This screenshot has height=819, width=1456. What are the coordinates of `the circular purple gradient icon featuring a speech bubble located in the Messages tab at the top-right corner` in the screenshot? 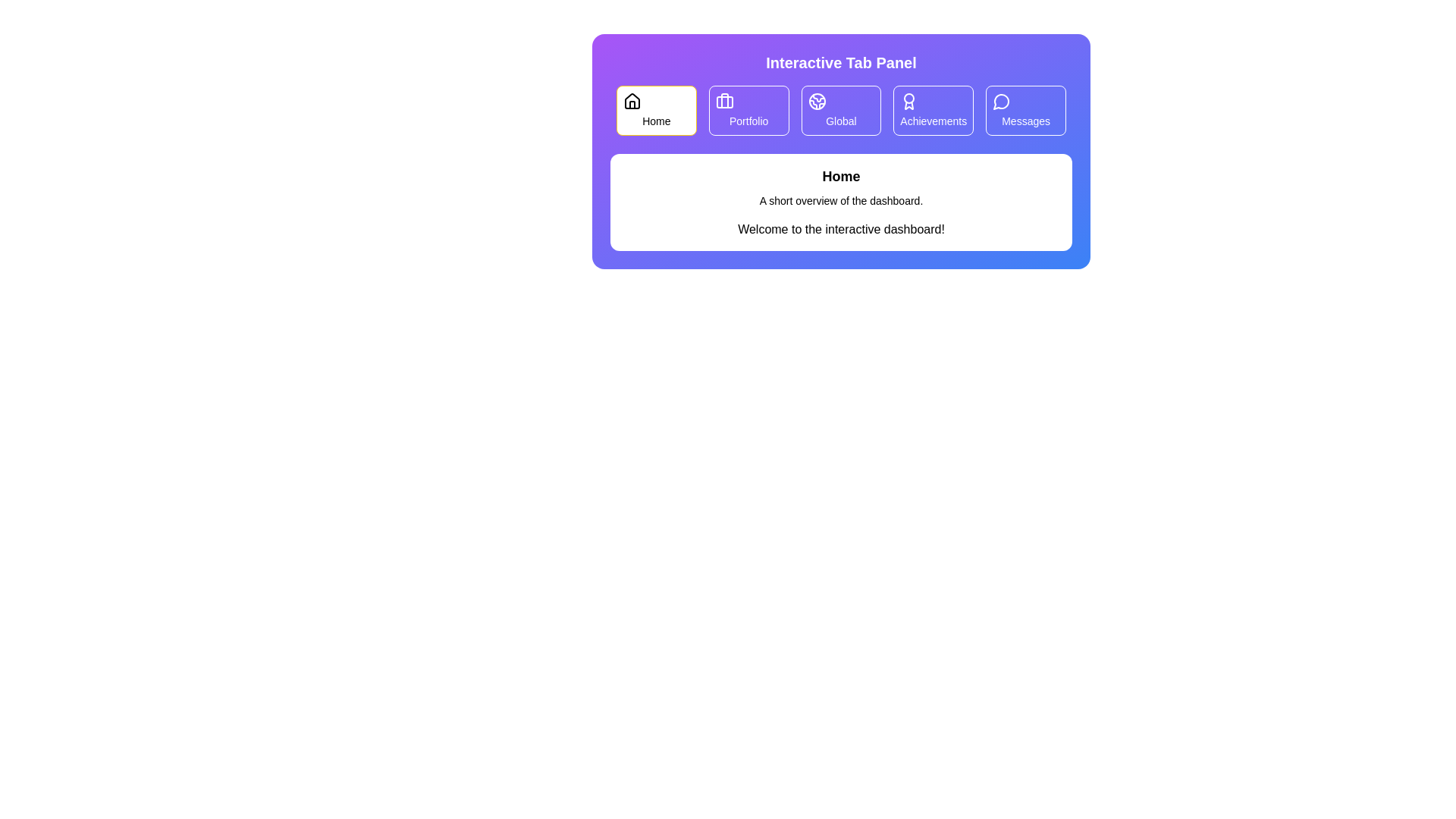 It's located at (1001, 102).